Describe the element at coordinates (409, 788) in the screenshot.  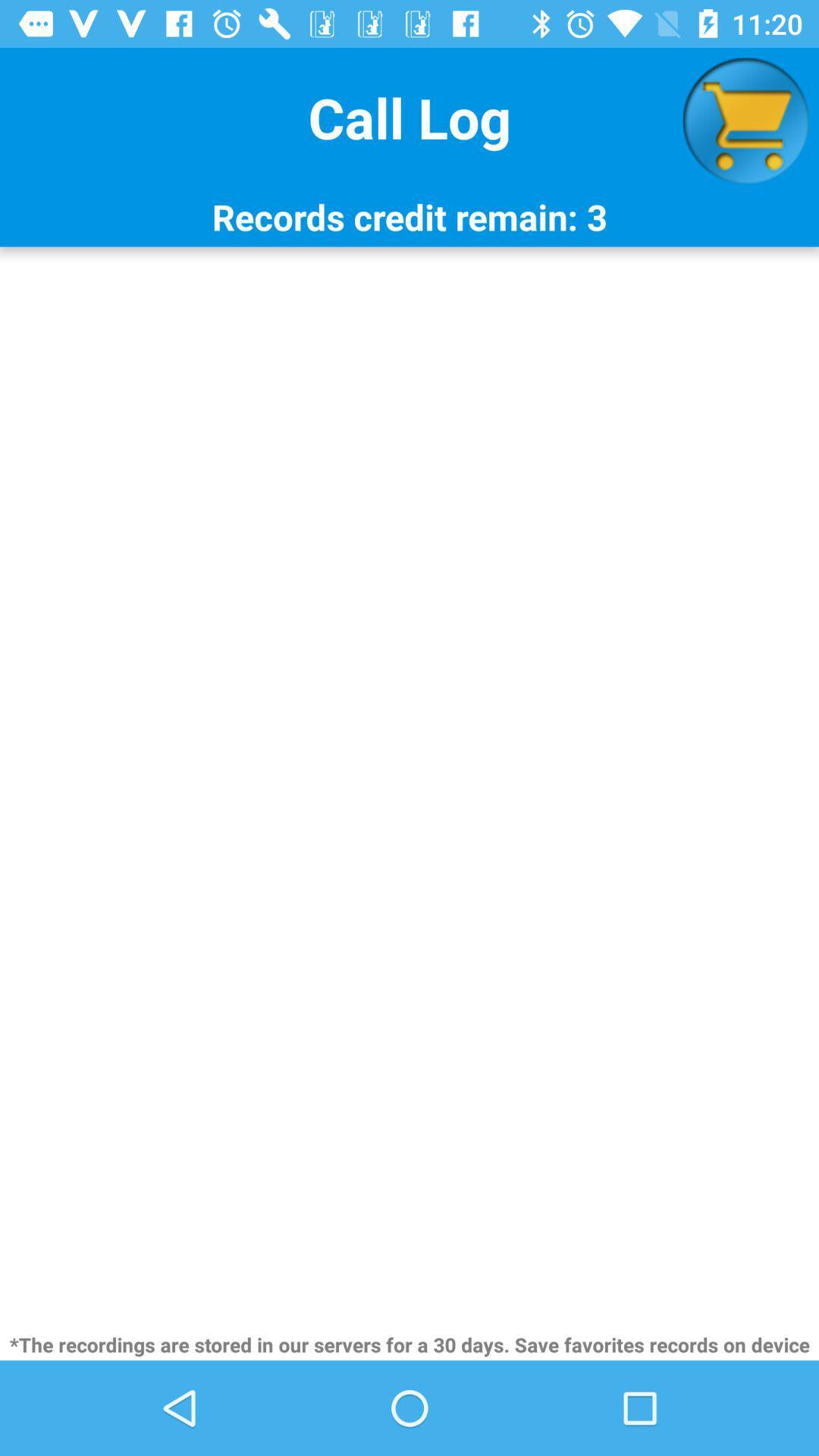
I see `app below the records credit remain app` at that location.